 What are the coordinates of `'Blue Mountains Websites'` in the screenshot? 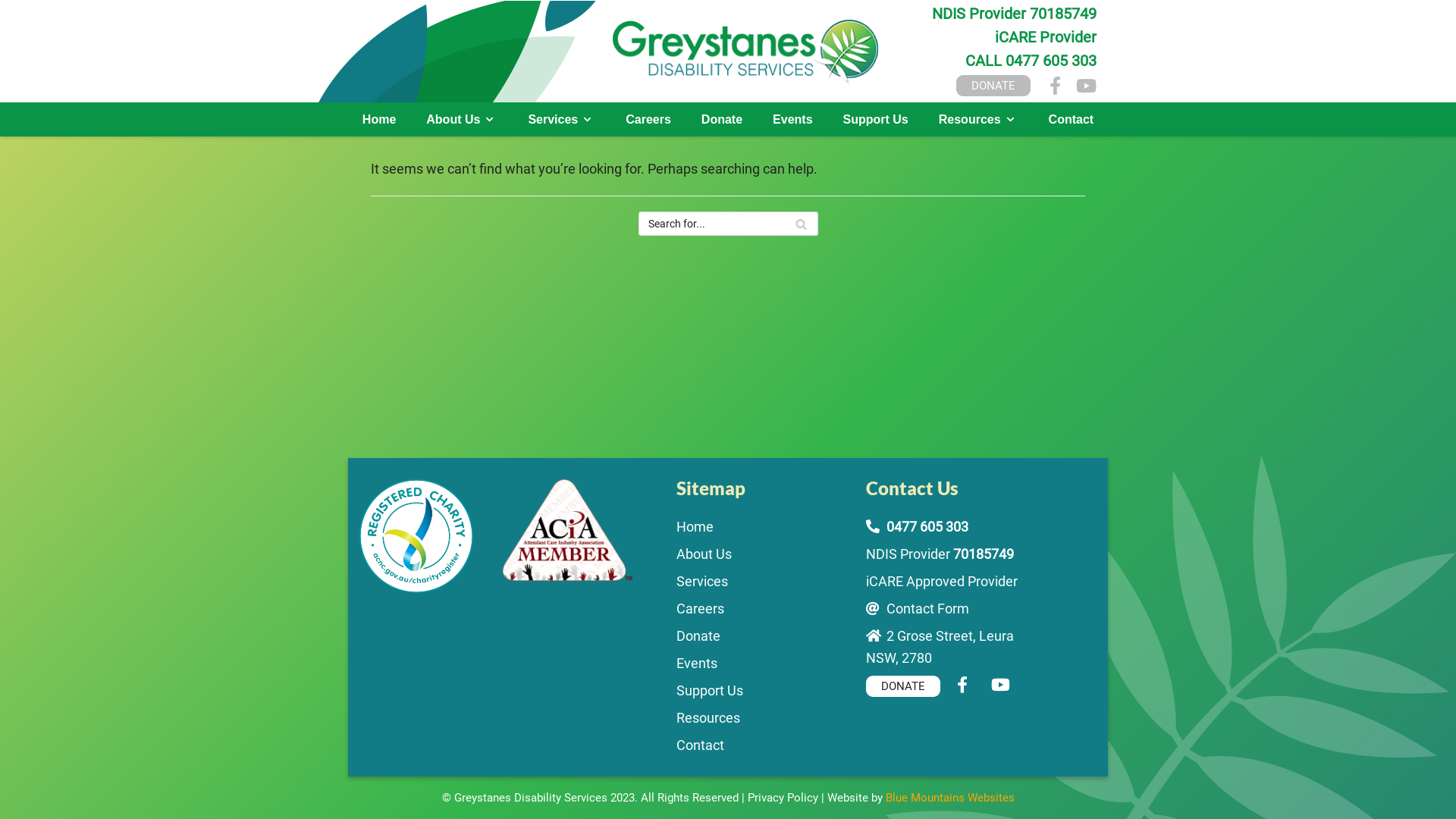 It's located at (949, 797).